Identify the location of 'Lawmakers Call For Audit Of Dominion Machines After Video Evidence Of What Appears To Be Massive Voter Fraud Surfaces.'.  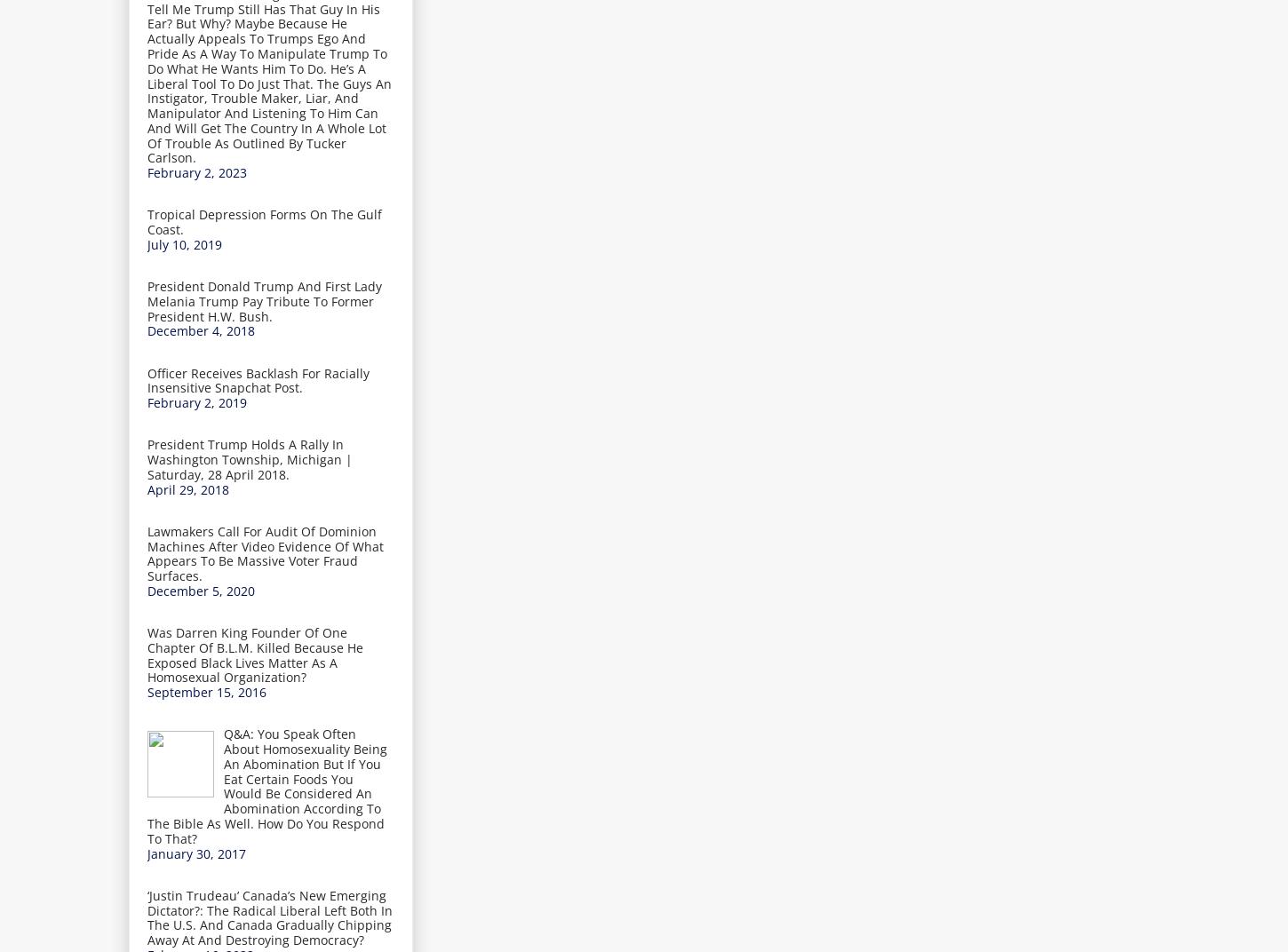
(265, 553).